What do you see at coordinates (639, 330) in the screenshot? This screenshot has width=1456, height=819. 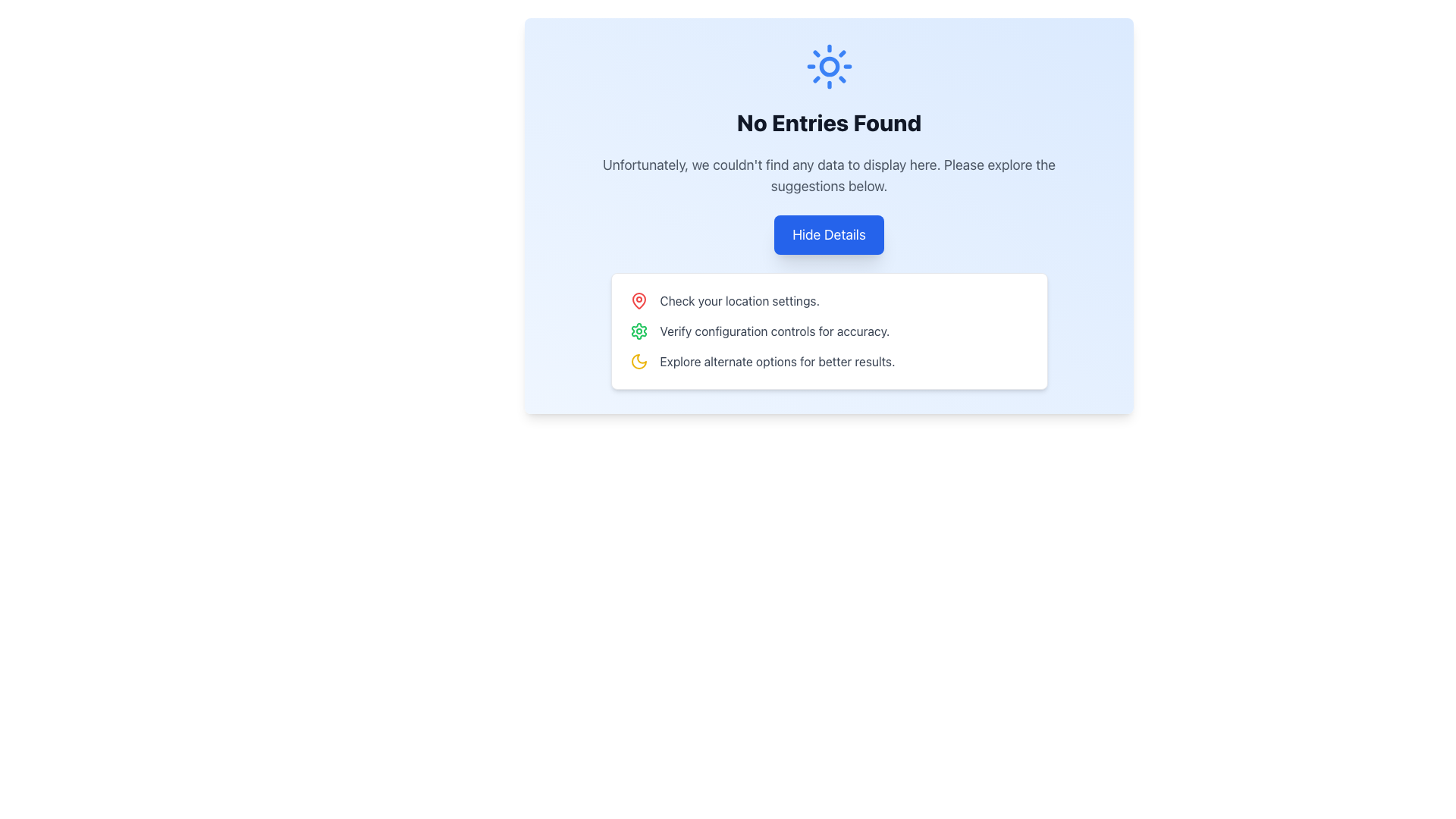 I see `the green cogwheel icon indicating settings functionality, which is located in the suggestion box to the left of the text 'Verify configuration controls for accuracy.'` at bounding box center [639, 330].